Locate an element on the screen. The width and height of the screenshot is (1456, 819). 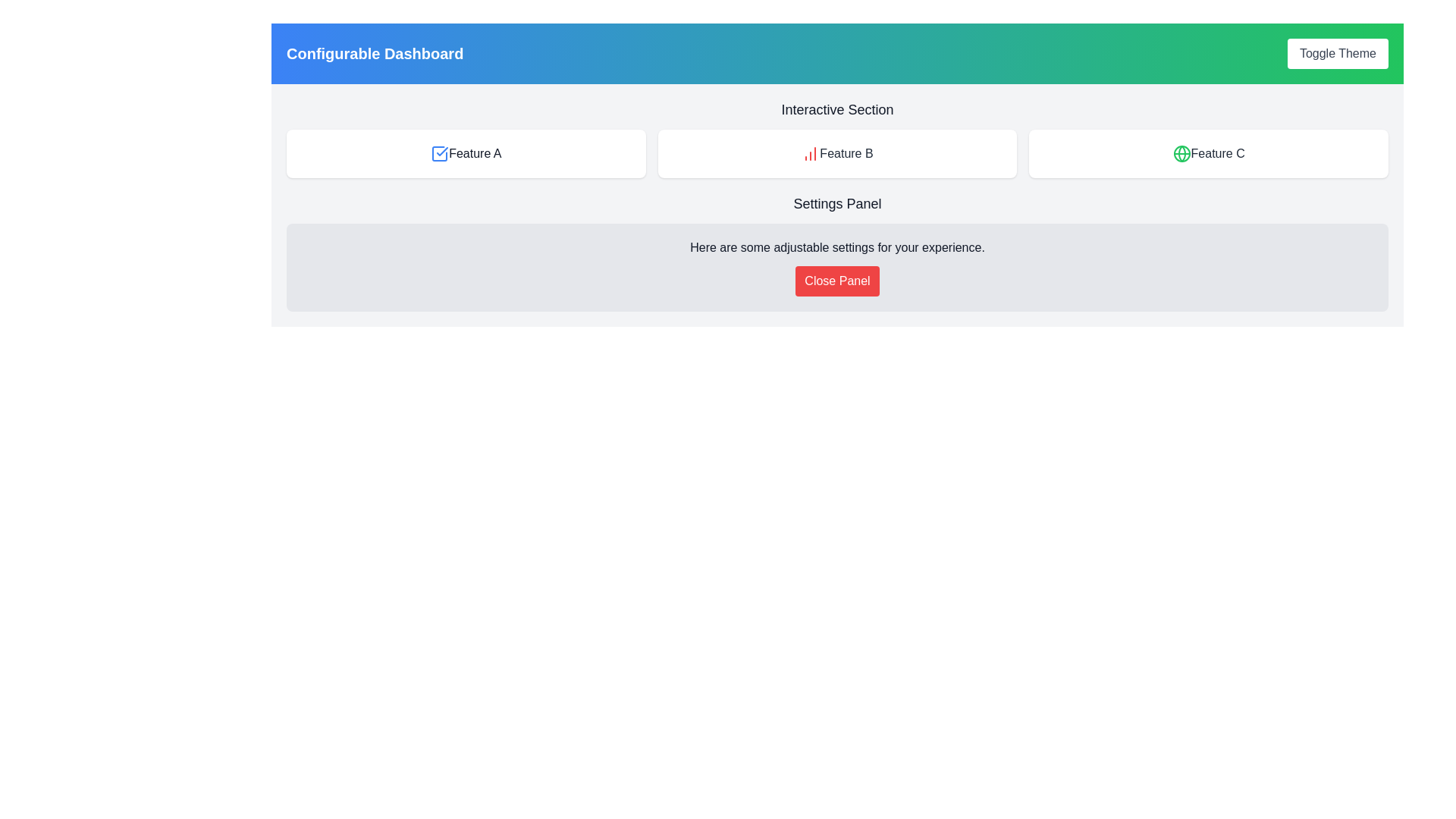
the checkbox icon with a blue outline and checkmark, located to the left of the label 'Feature A' in the top-left portion of the interface is located at coordinates (439, 154).